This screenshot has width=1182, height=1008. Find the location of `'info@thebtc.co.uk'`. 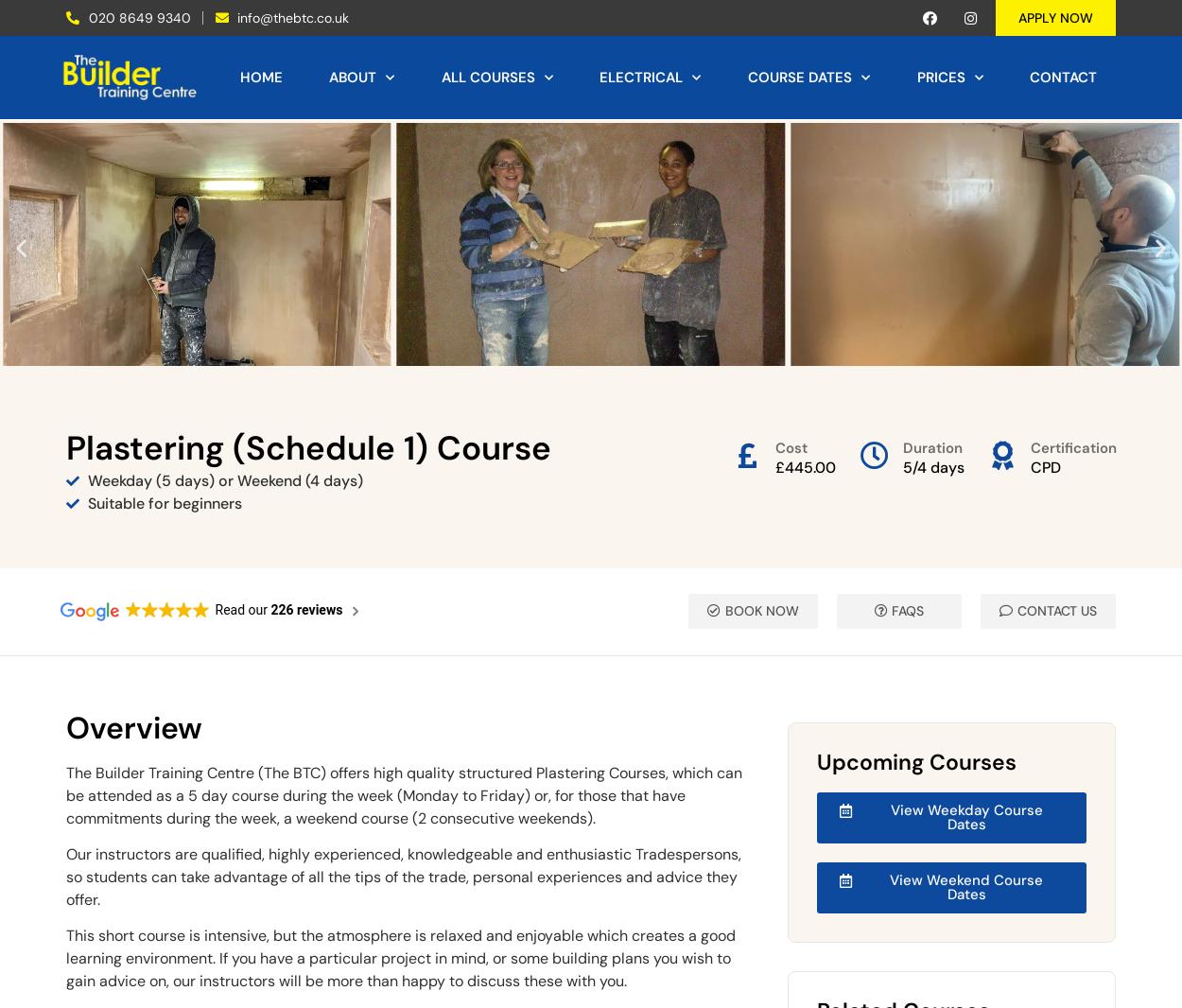

'info@thebtc.co.uk' is located at coordinates (293, 16).